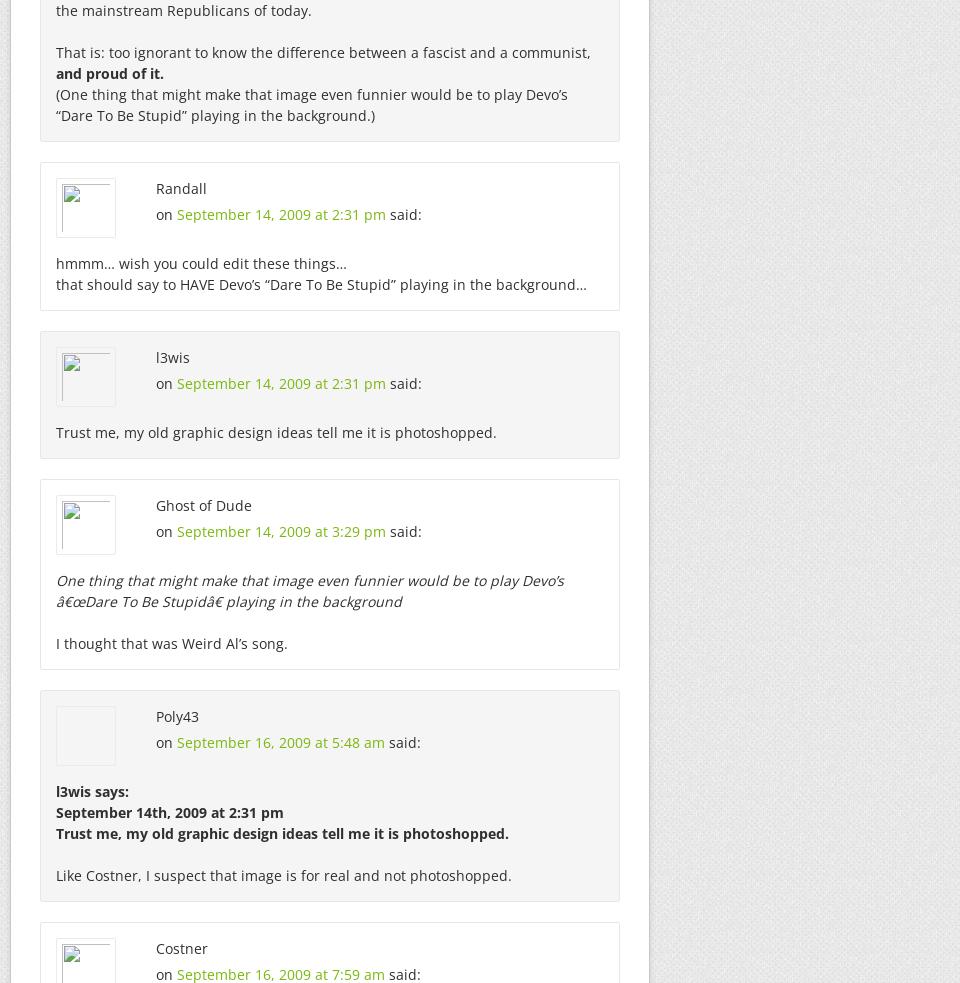 Image resolution: width=960 pixels, height=983 pixels. What do you see at coordinates (279, 741) in the screenshot?
I see `'September 16, 2009 at 5:48 am'` at bounding box center [279, 741].